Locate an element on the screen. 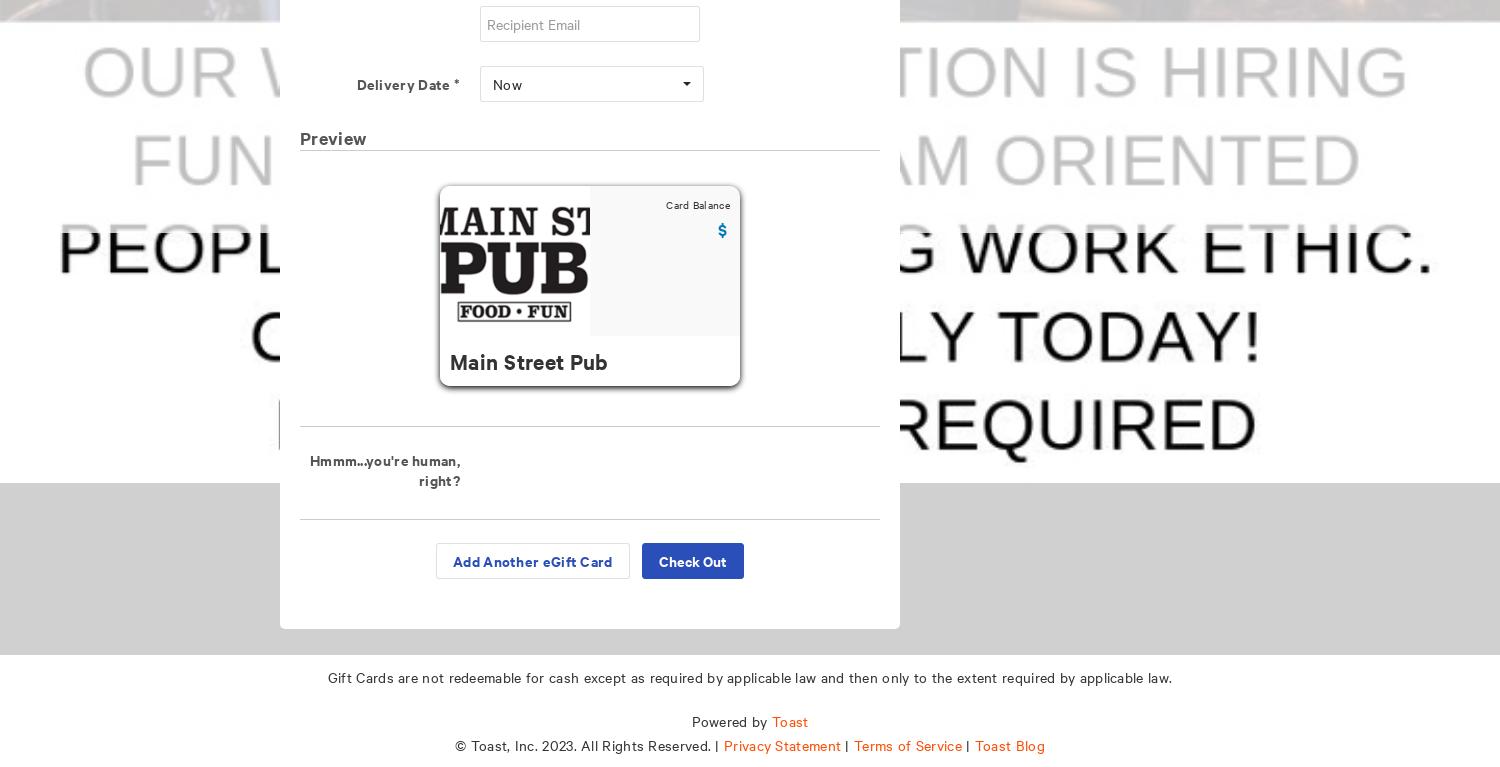  'Preview' is located at coordinates (332, 137).